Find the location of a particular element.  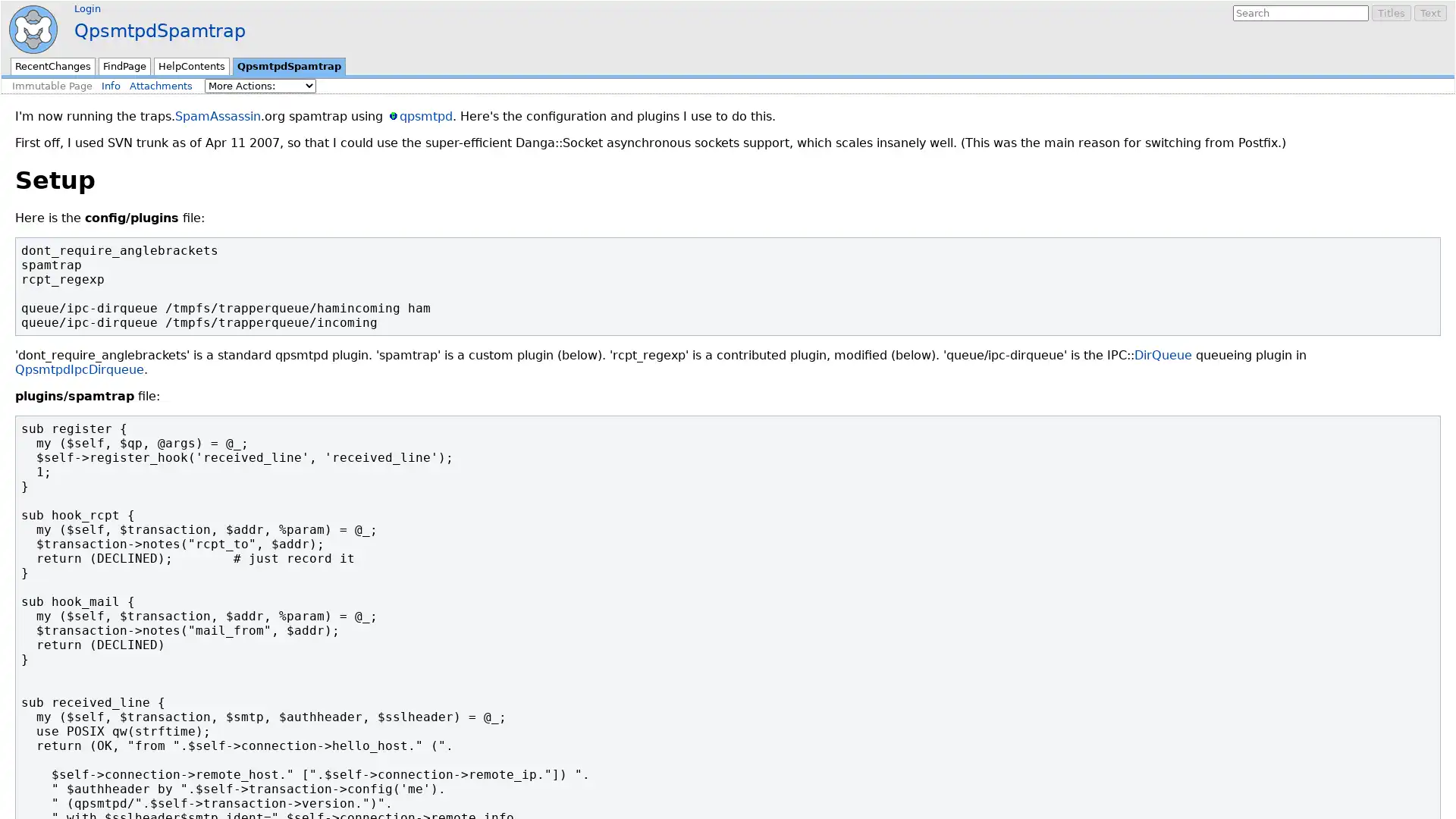

Titles is located at coordinates (1391, 13).